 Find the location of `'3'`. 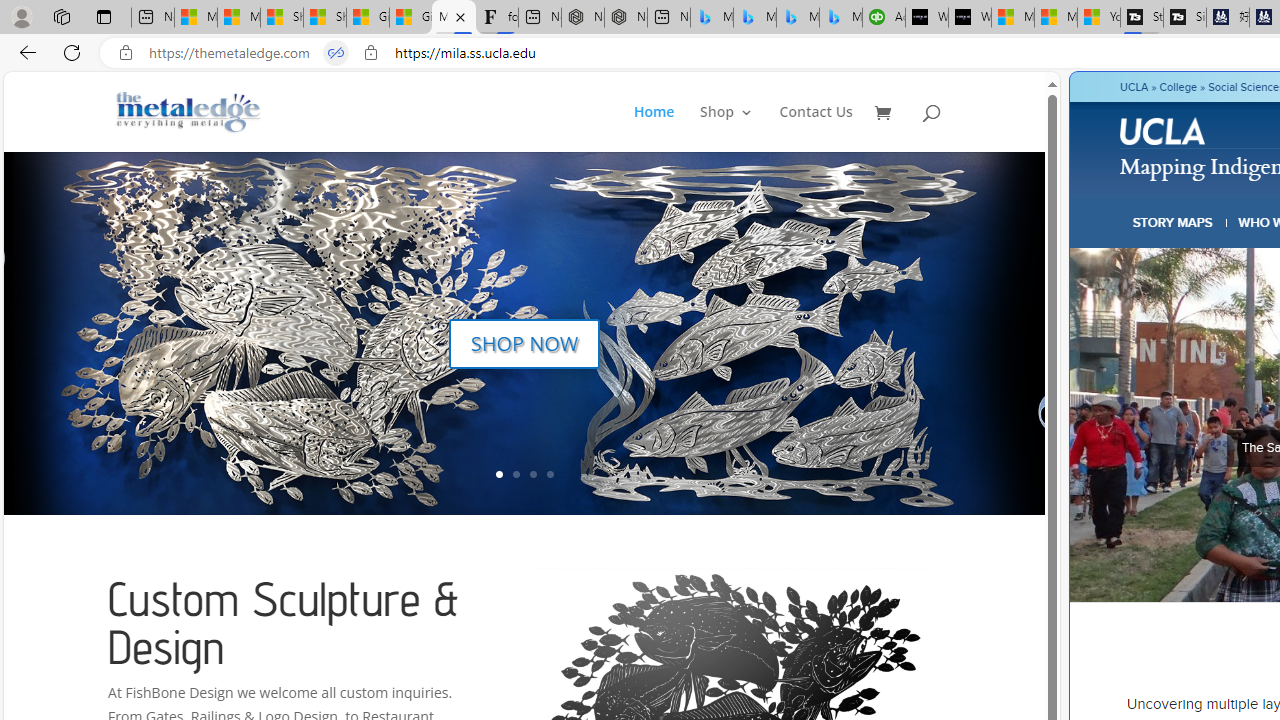

'3' is located at coordinates (533, 474).